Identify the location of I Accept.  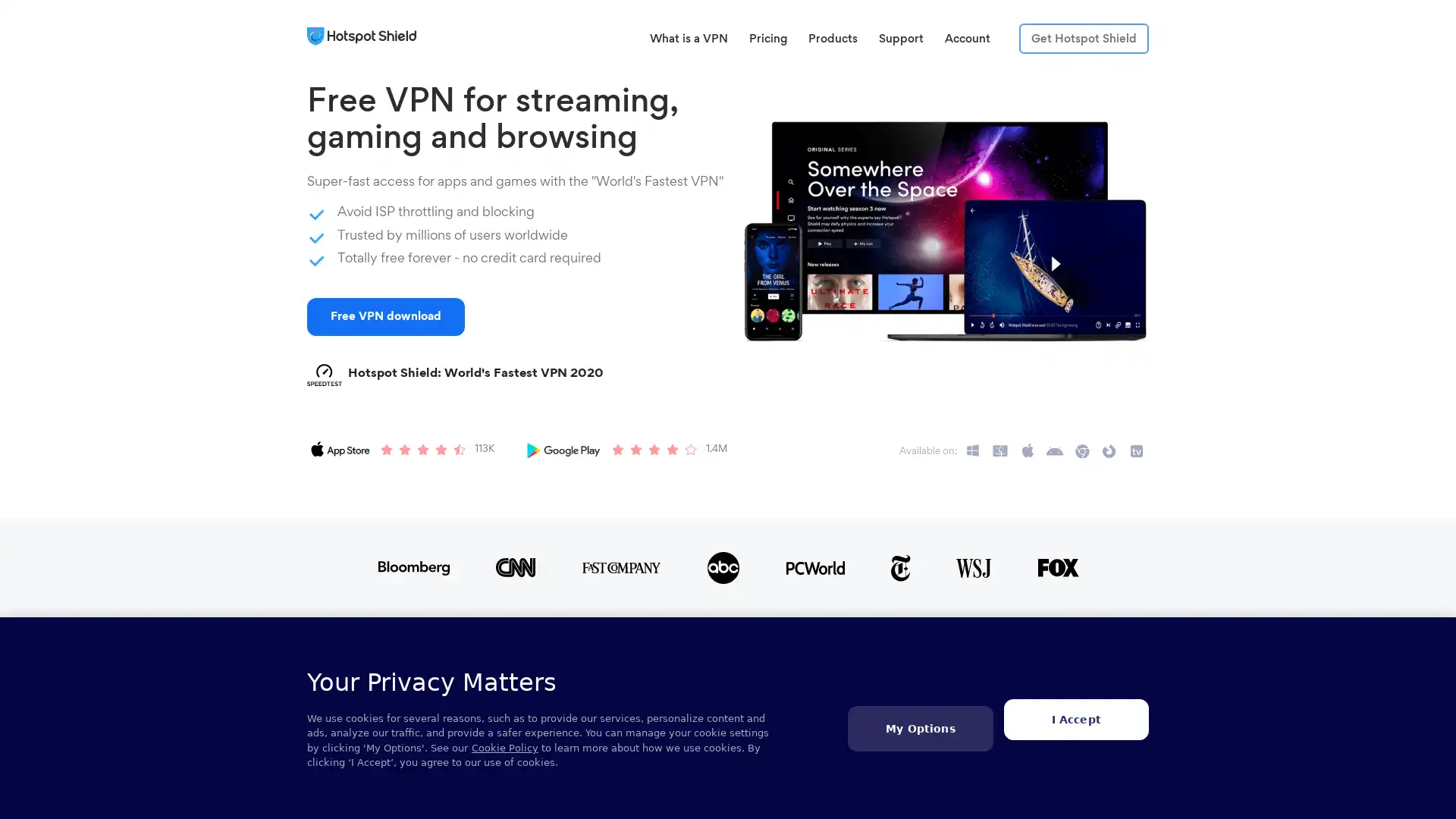
(1075, 718).